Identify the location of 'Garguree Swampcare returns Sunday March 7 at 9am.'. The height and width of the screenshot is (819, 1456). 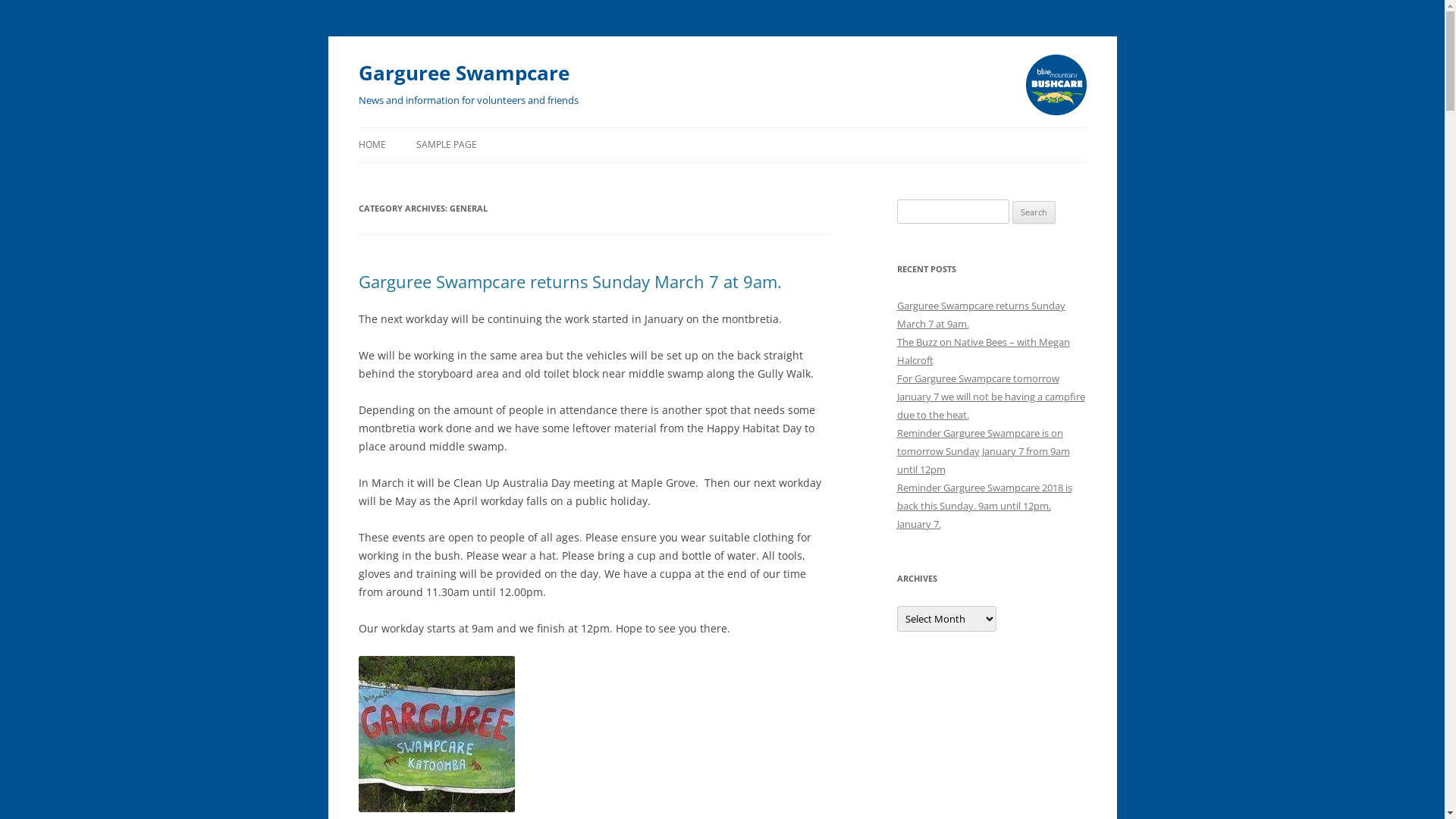
(980, 314).